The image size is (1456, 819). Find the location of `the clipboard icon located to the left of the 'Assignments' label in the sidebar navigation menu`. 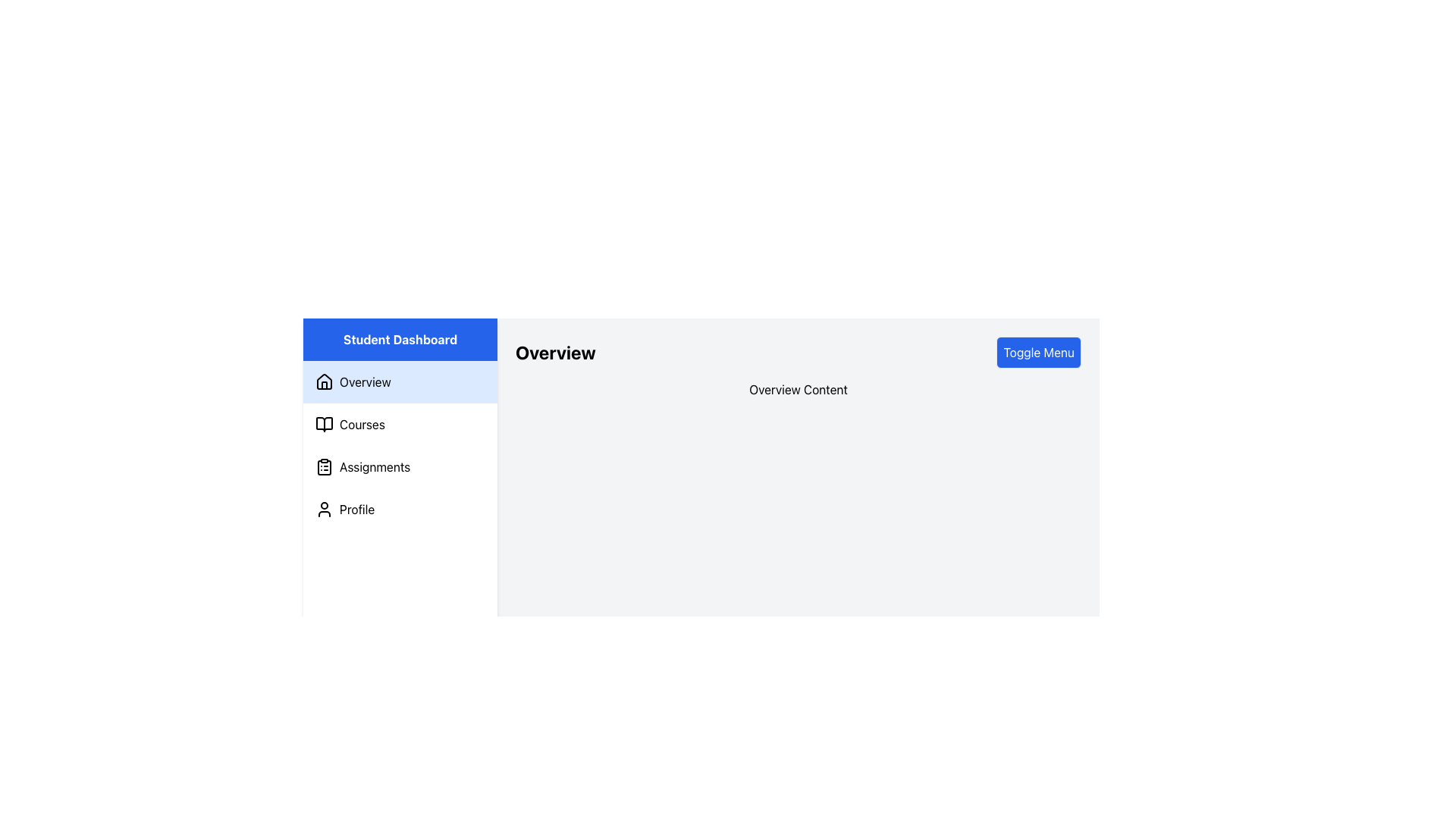

the clipboard icon located to the left of the 'Assignments' label in the sidebar navigation menu is located at coordinates (323, 466).